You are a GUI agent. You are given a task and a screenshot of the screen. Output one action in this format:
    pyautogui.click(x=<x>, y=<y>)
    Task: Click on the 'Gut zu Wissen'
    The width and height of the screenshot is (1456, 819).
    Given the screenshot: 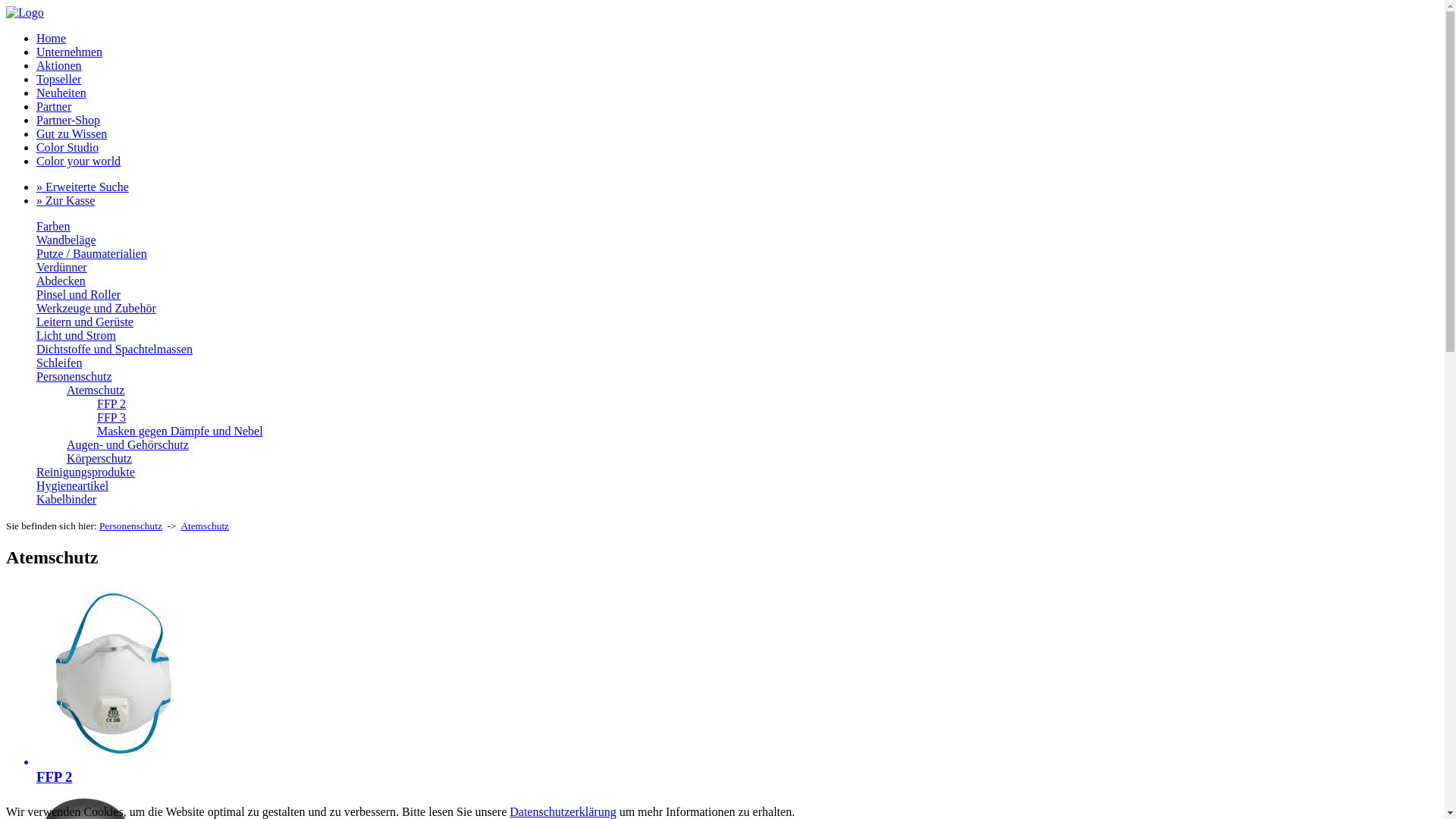 What is the action you would take?
    pyautogui.click(x=71, y=133)
    